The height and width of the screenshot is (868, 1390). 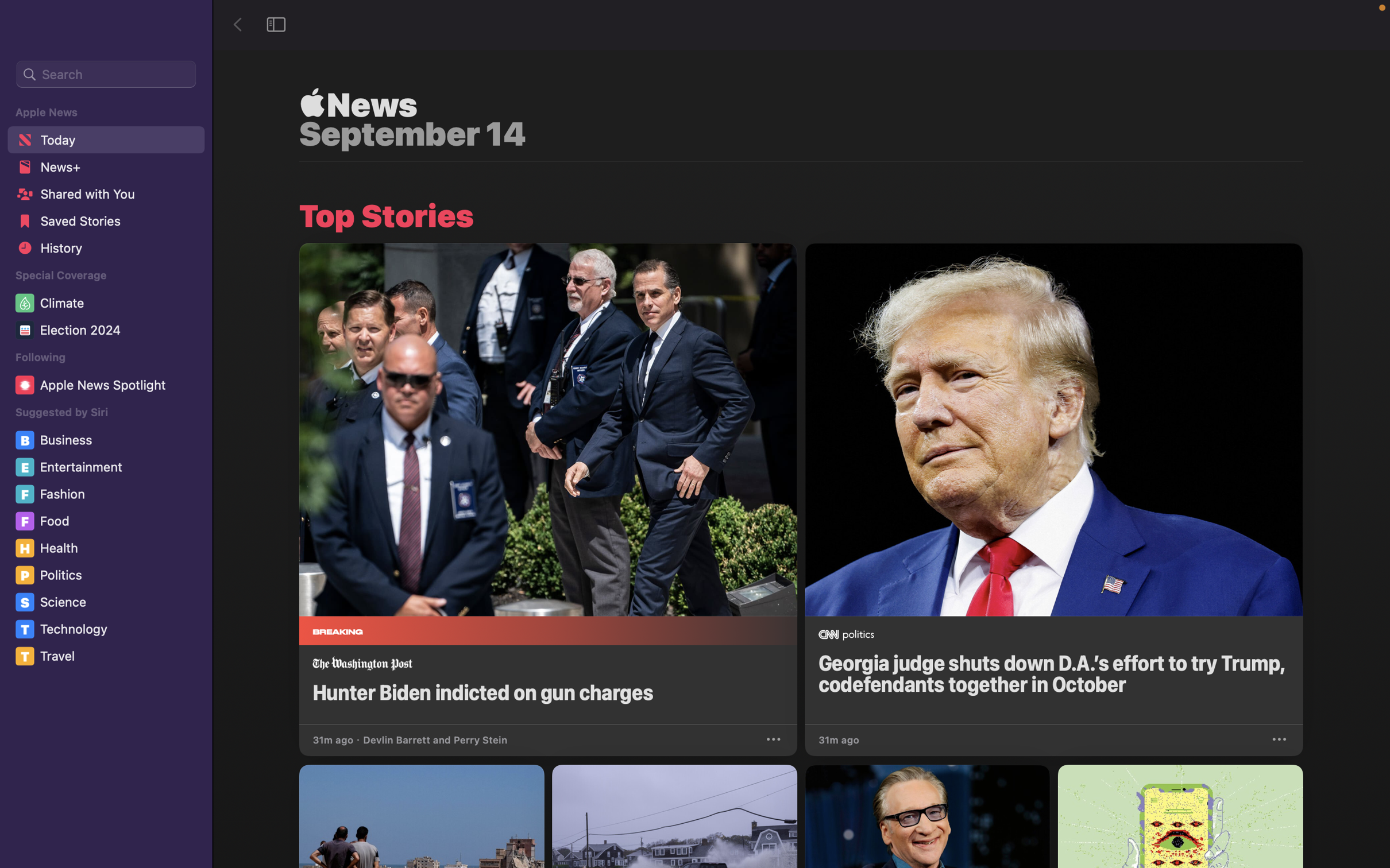 I want to click on the "Climate" section, so click(x=106, y=303).